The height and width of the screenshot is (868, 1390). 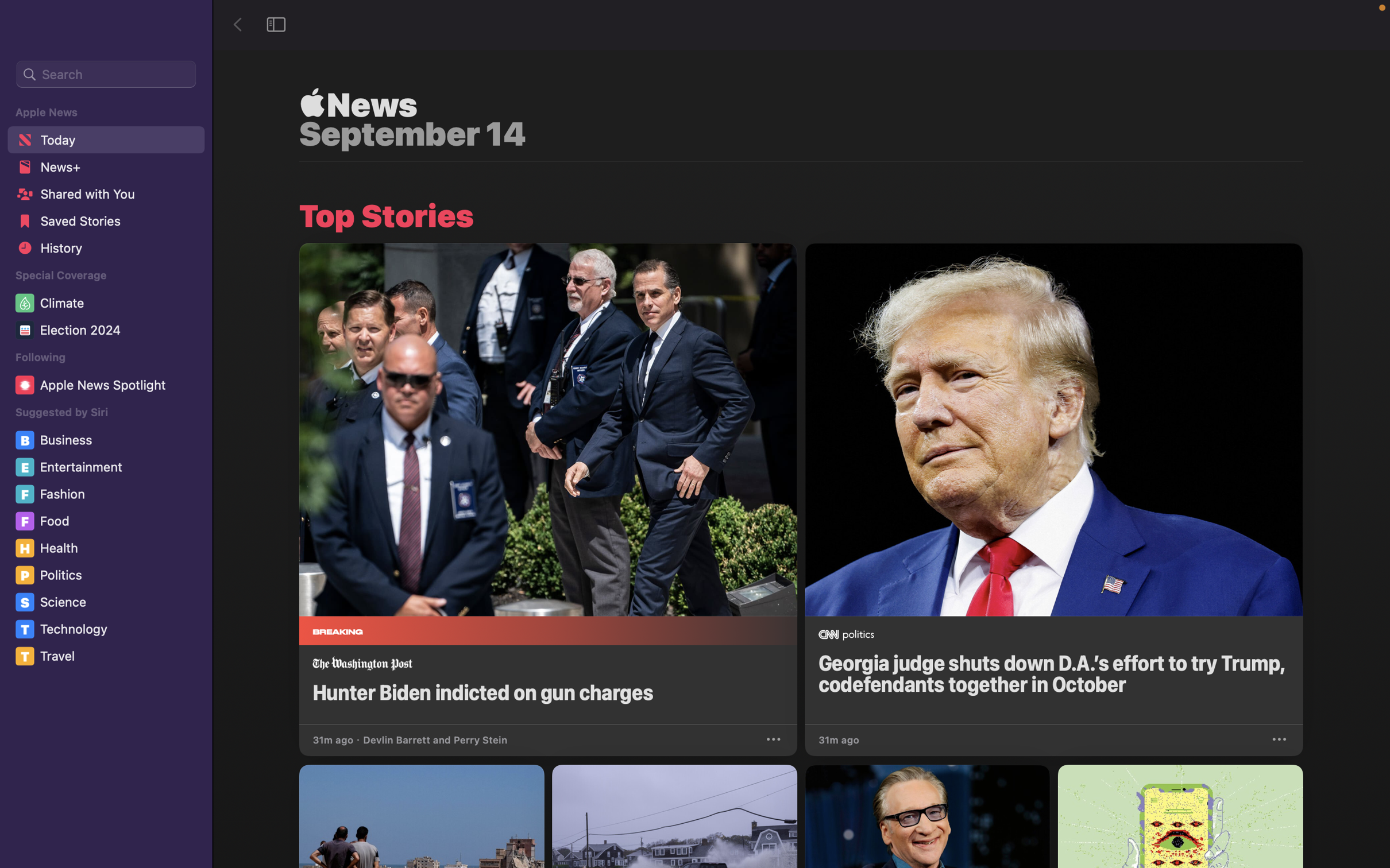 I want to click on the "Climate" section, so click(x=106, y=303).